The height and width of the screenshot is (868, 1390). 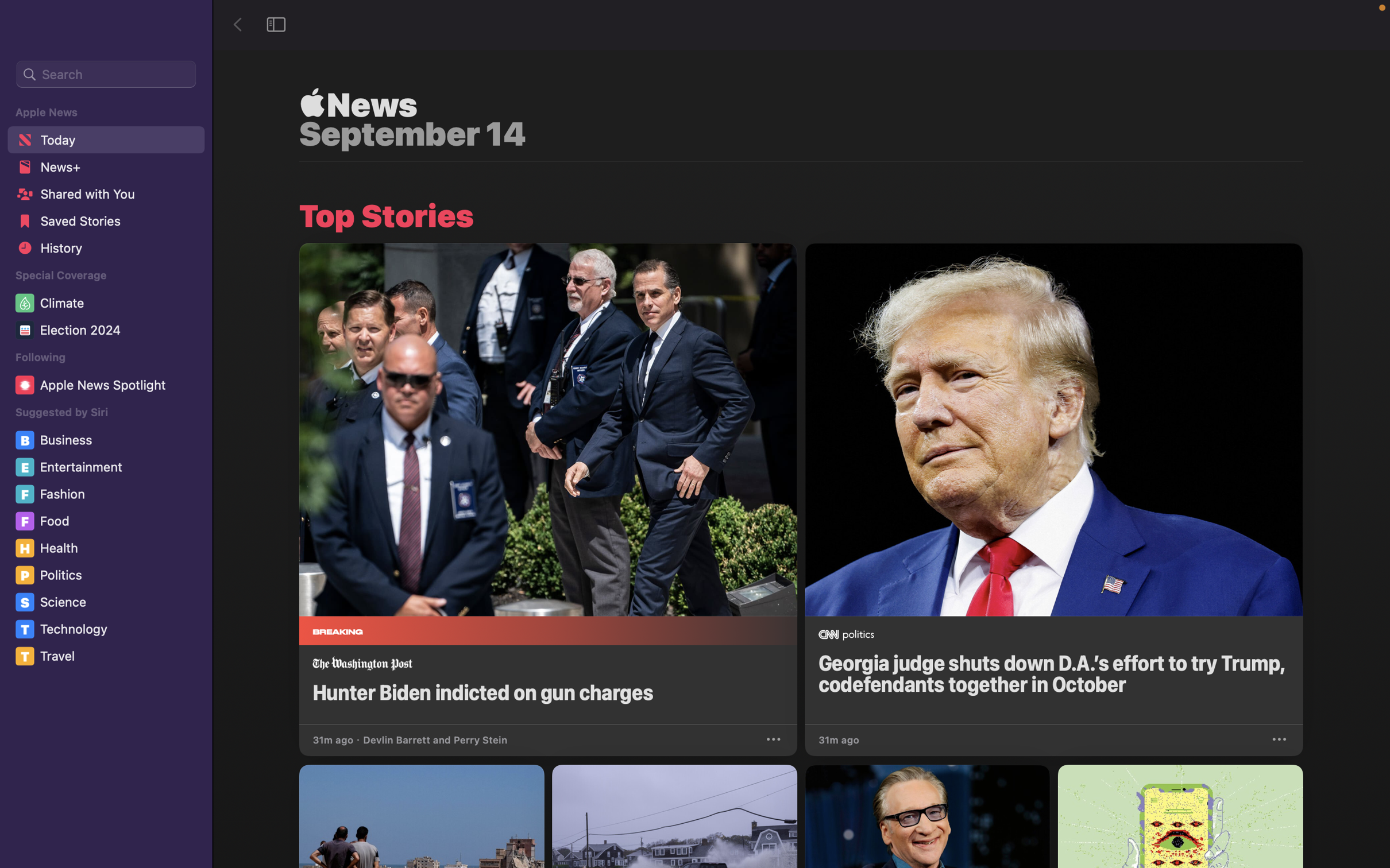 I want to click on the "Climate" section, so click(x=106, y=303).